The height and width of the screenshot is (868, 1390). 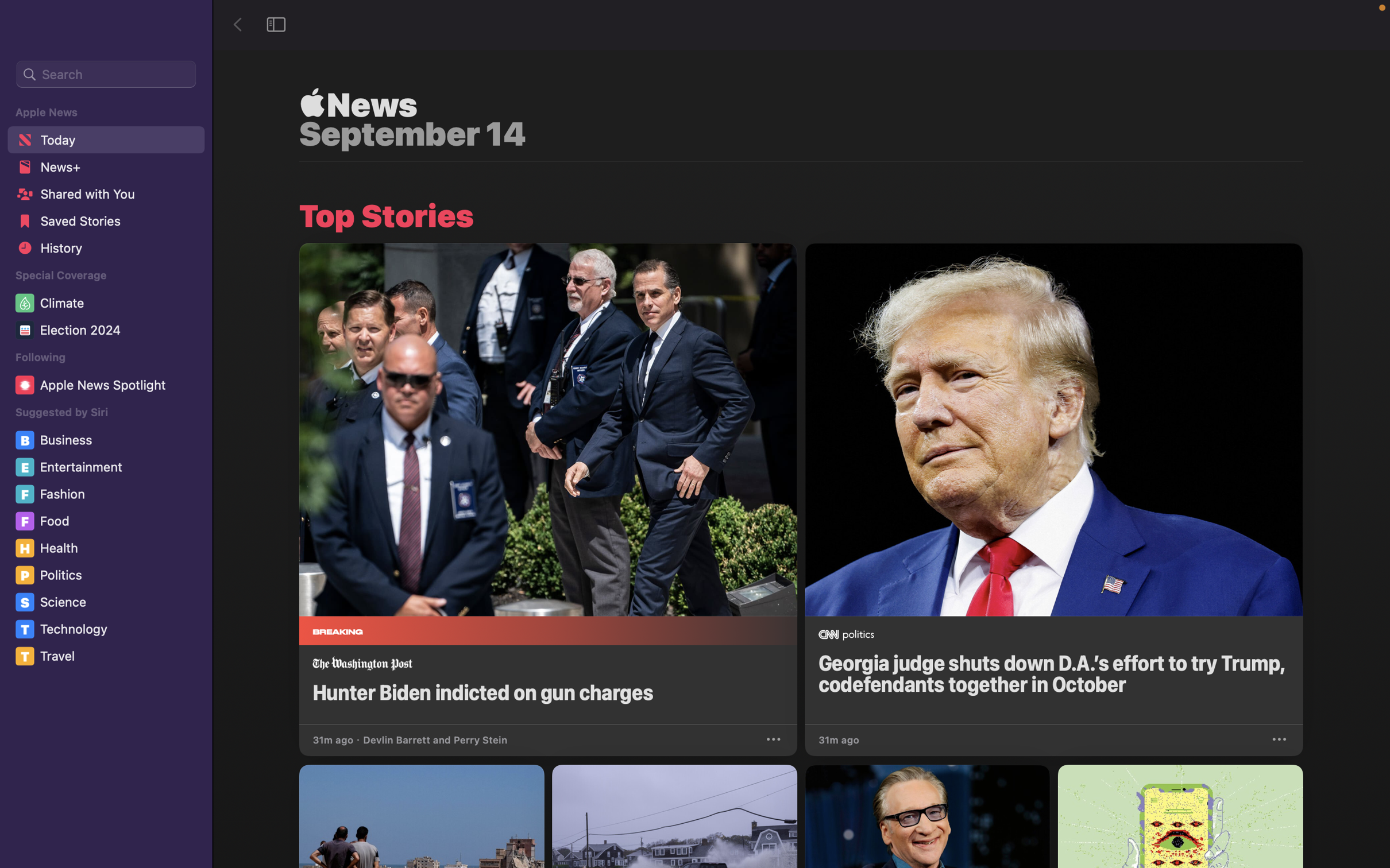 I want to click on the "Climate" section, so click(x=106, y=303).